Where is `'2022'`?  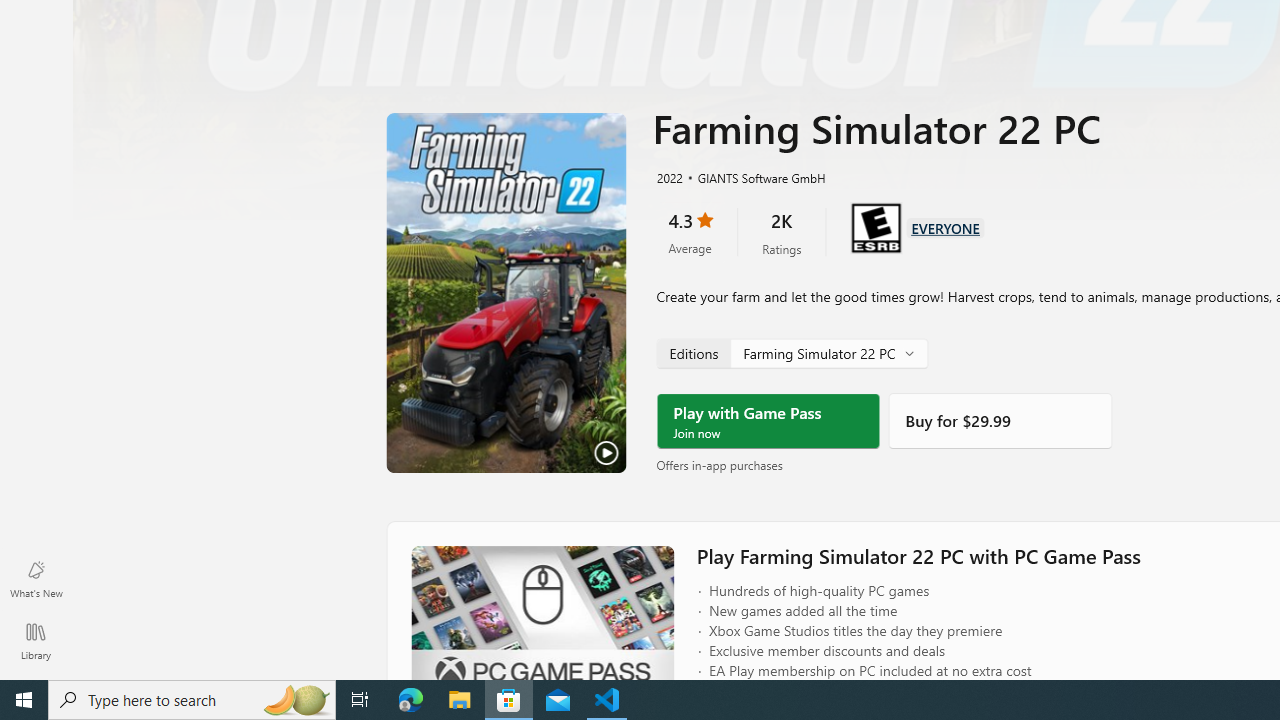 '2022' is located at coordinates (668, 176).